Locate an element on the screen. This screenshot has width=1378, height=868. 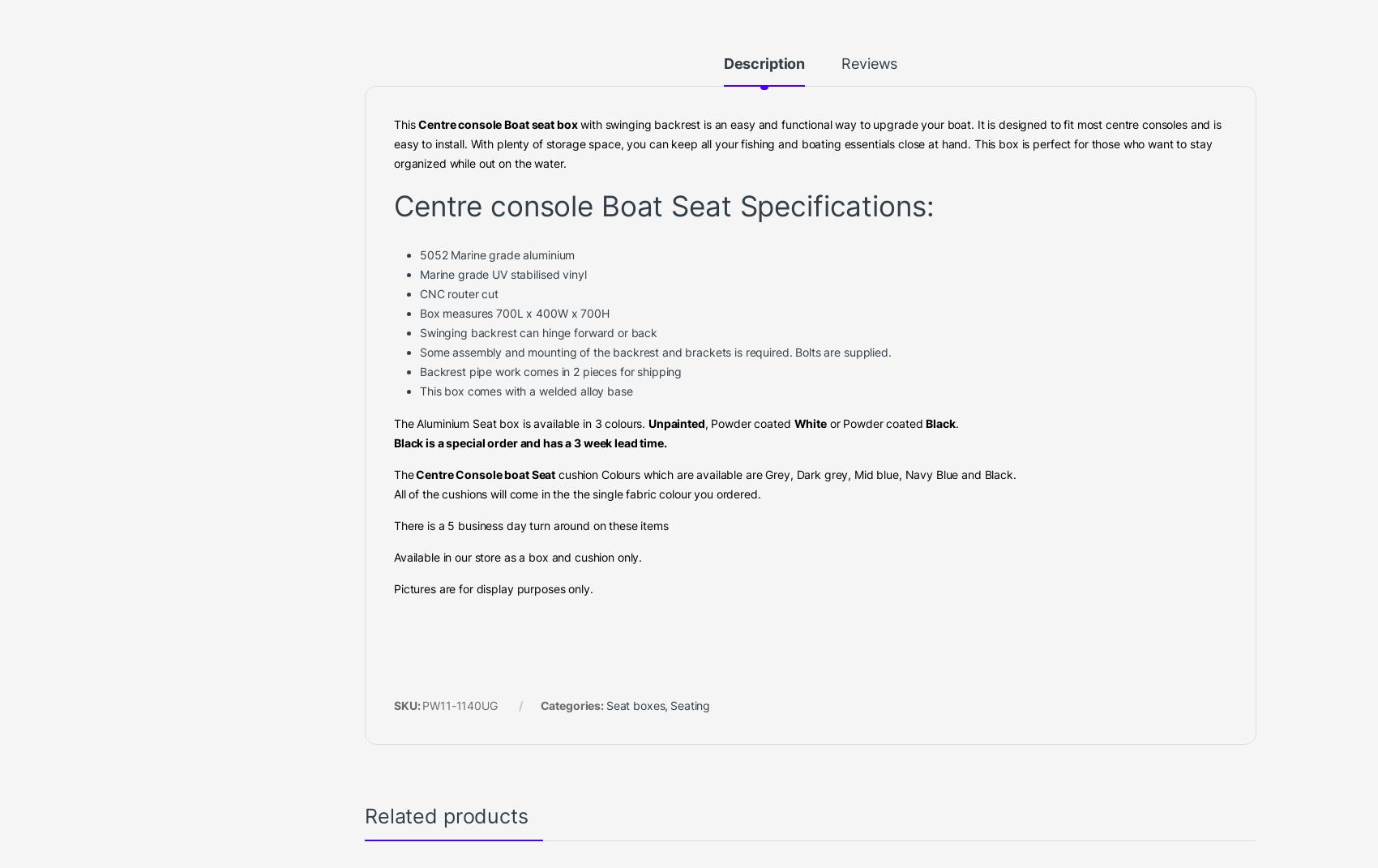
'Agnes Water, Queensland' is located at coordinates (113, 86).